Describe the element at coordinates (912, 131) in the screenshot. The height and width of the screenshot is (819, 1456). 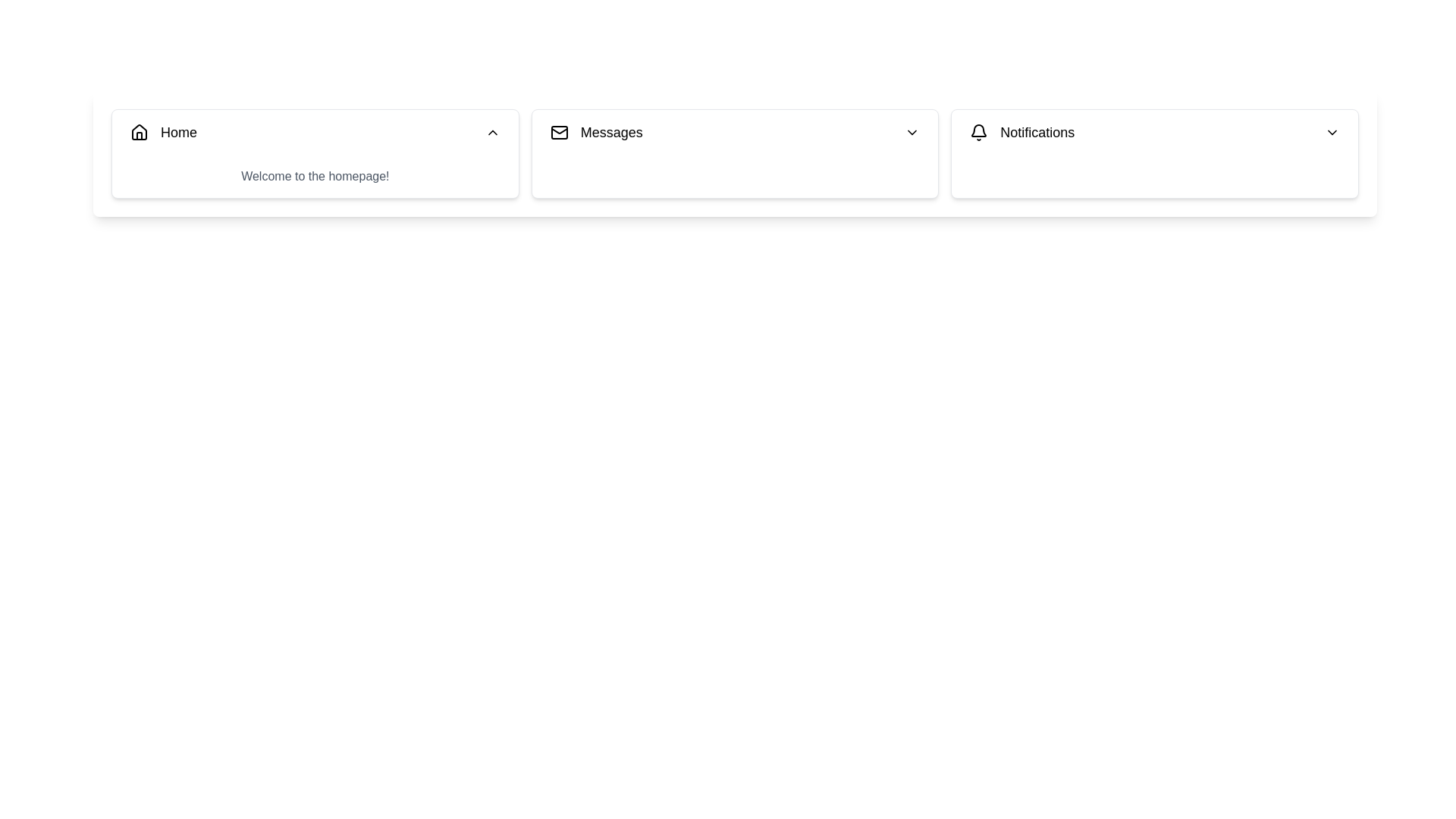
I see `the downward-pointing chevron icon located at the right end of the 'Messages' section` at that location.